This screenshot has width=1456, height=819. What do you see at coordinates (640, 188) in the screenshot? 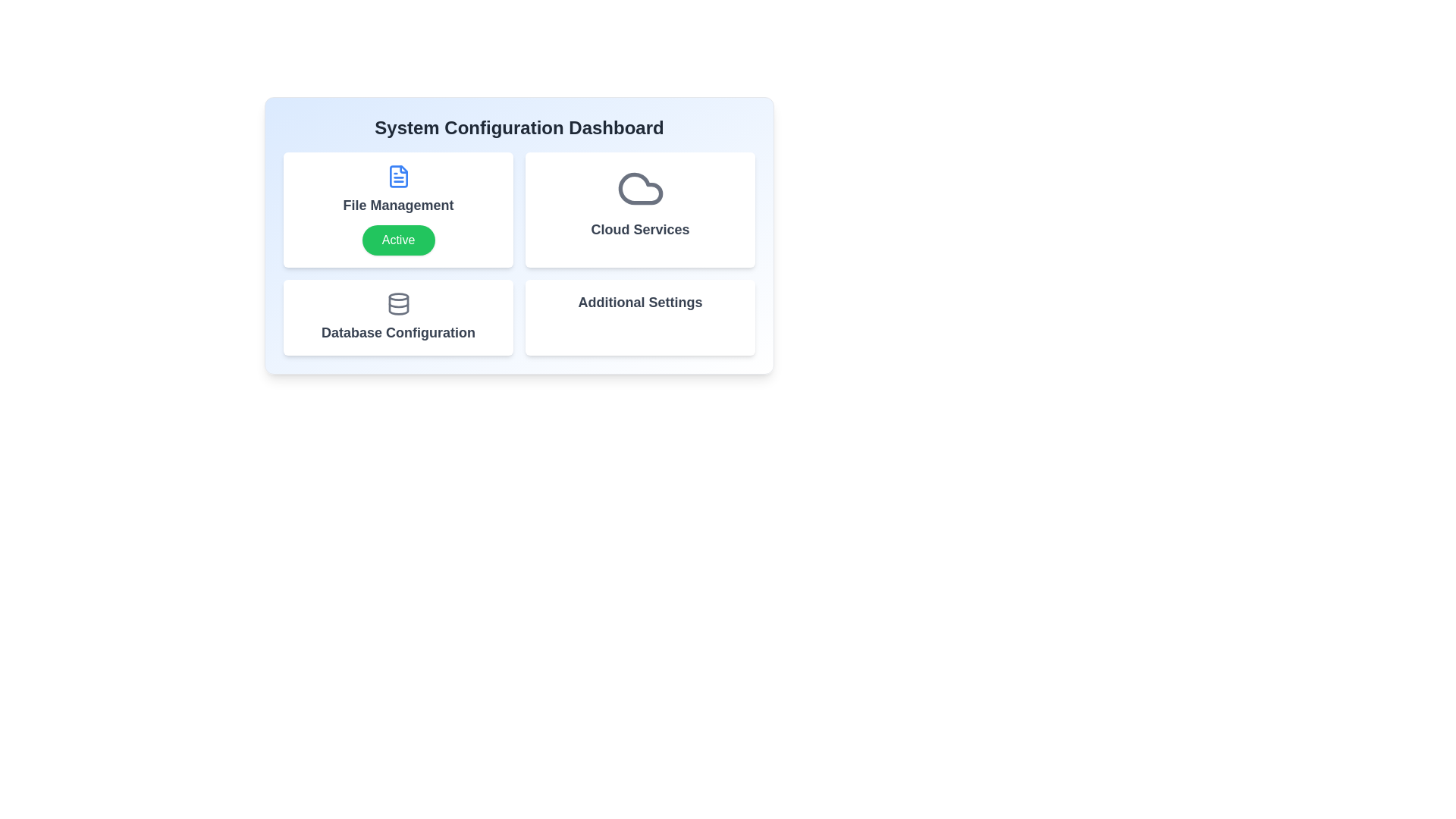
I see `the cloud graphic icon located in the top-right quadrant under the 'System Configuration Dashboard' heading, above the text 'Cloud Services'` at bounding box center [640, 188].